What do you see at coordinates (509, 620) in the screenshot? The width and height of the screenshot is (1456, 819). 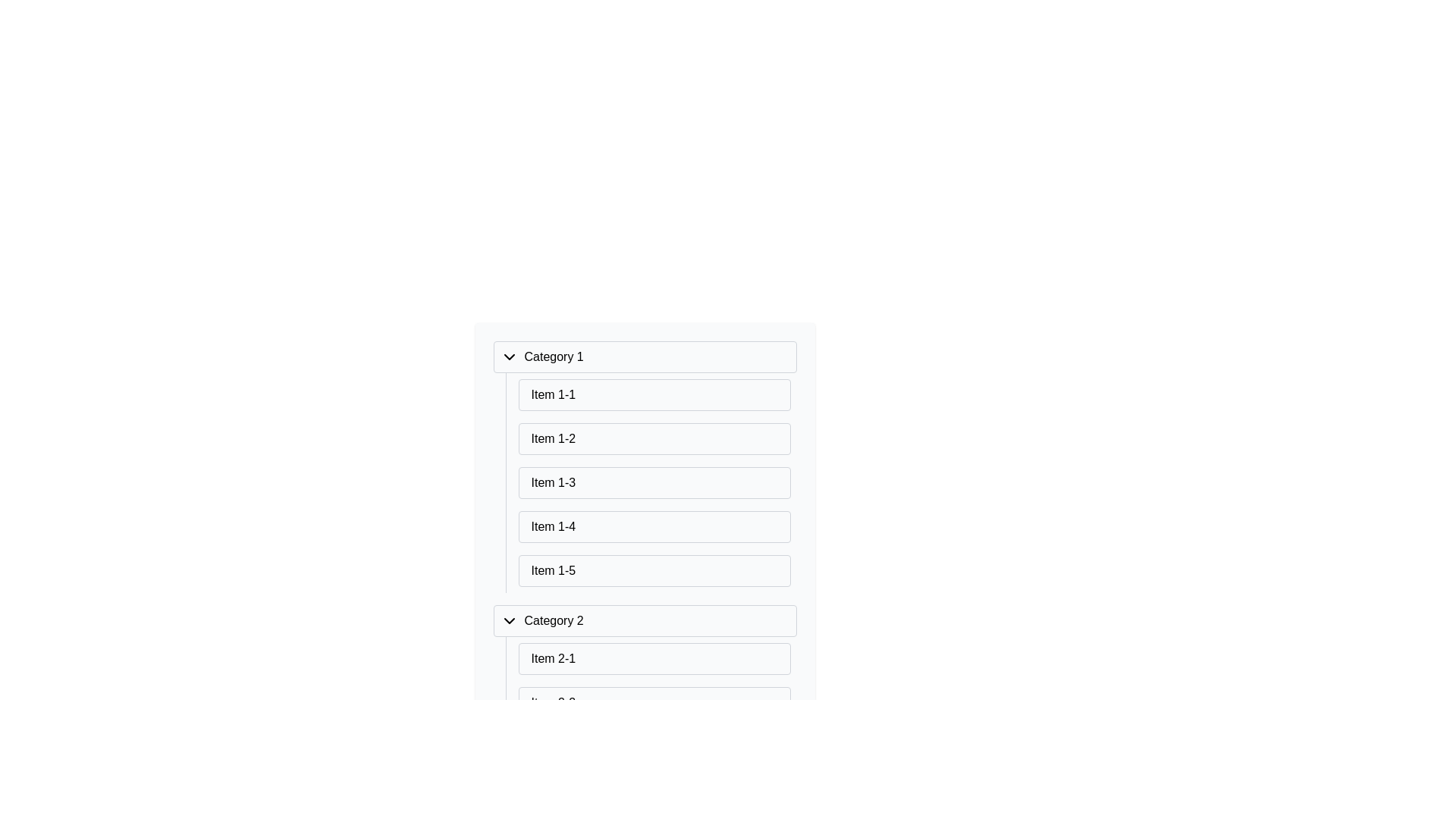 I see `the Dropdown toggle icon` at bounding box center [509, 620].